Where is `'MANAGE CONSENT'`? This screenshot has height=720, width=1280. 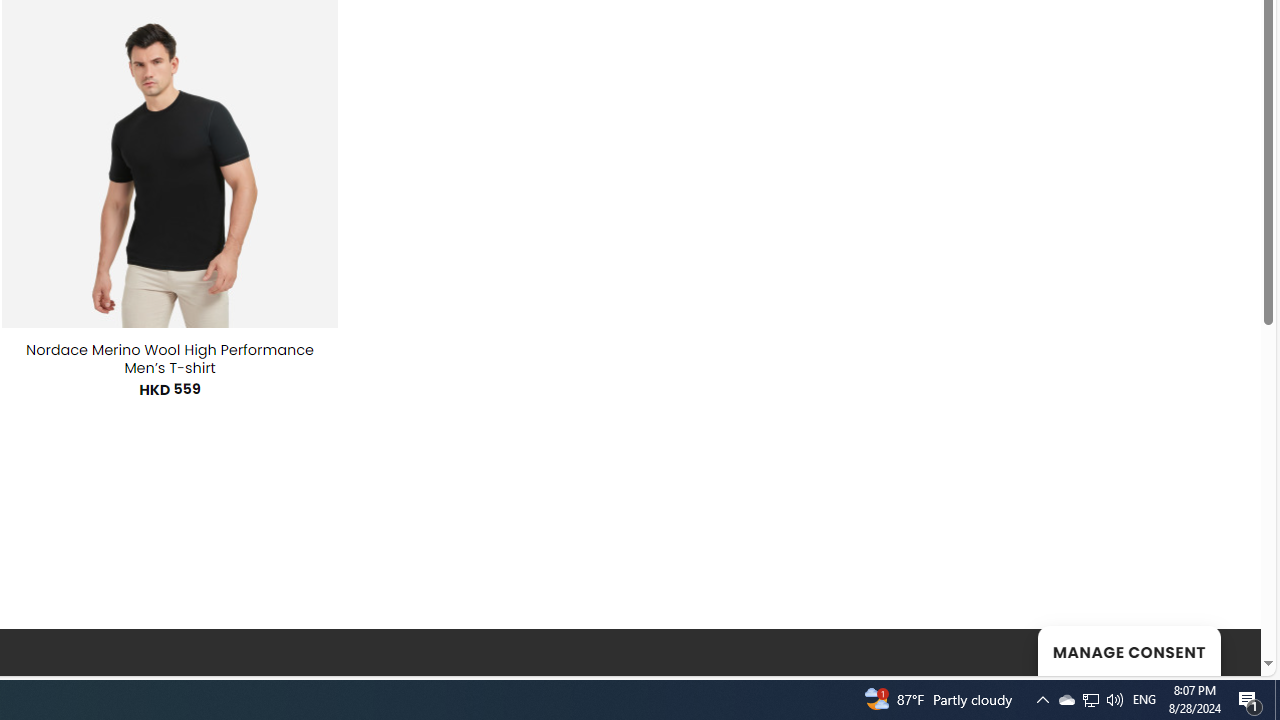
'MANAGE CONSENT' is located at coordinates (1128, 650).